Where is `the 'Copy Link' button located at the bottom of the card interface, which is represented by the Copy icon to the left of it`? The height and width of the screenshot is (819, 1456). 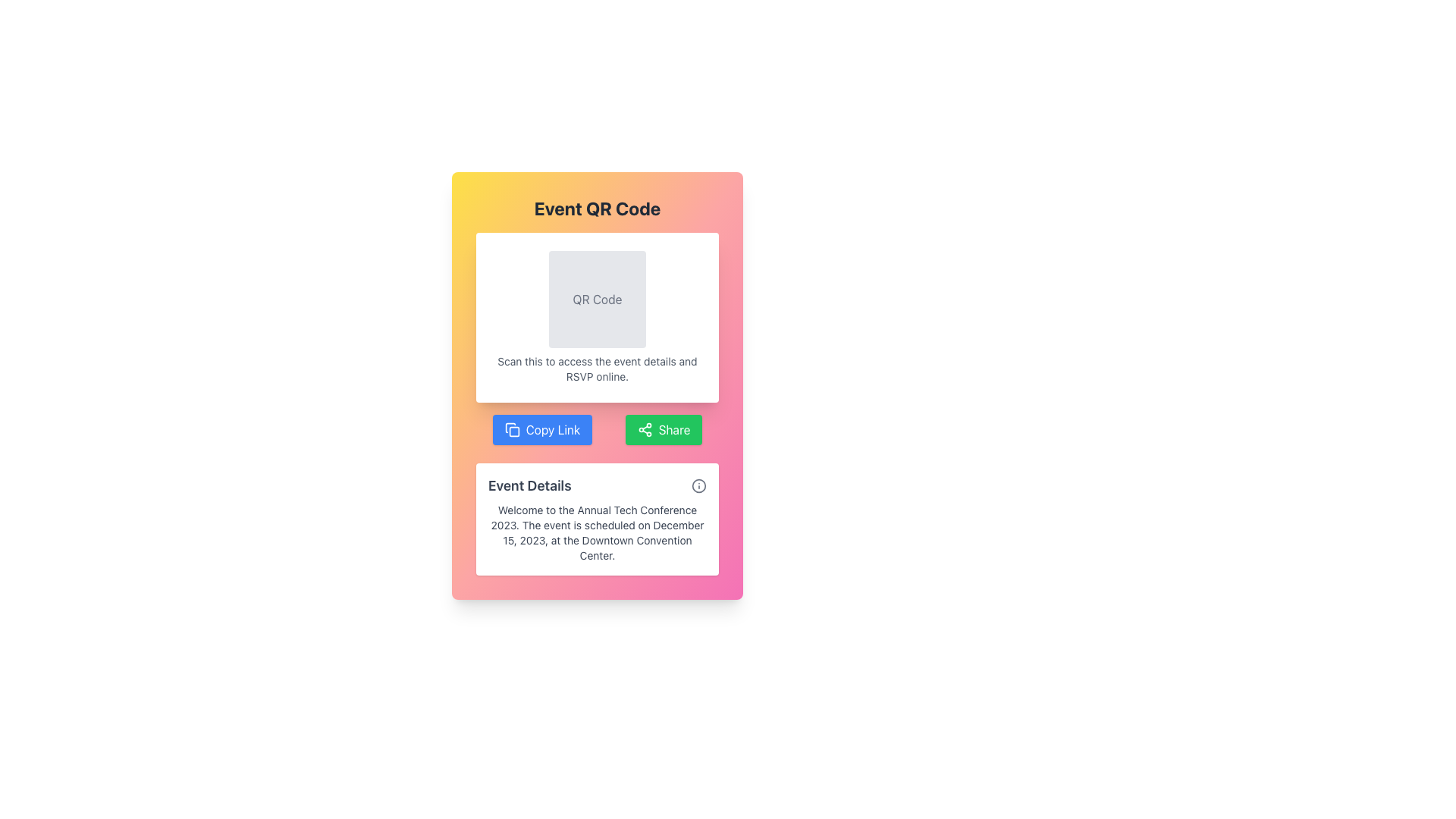
the 'Copy Link' button located at the bottom of the card interface, which is represented by the Copy icon to the left of it is located at coordinates (512, 430).